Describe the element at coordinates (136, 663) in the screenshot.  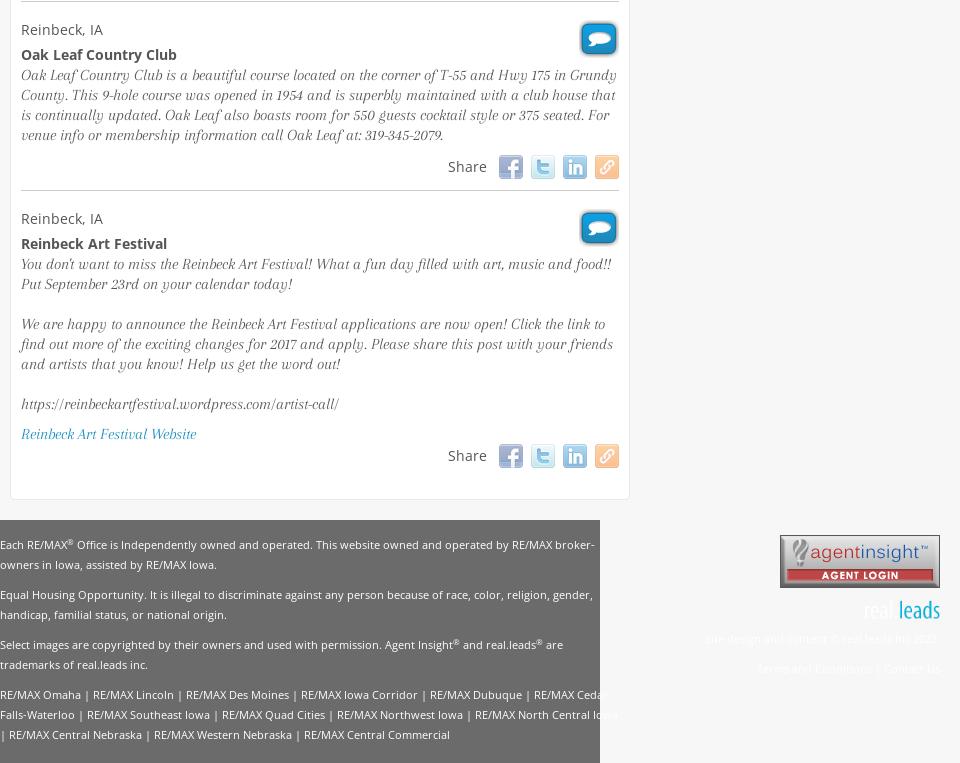
I see `'inc'` at that location.